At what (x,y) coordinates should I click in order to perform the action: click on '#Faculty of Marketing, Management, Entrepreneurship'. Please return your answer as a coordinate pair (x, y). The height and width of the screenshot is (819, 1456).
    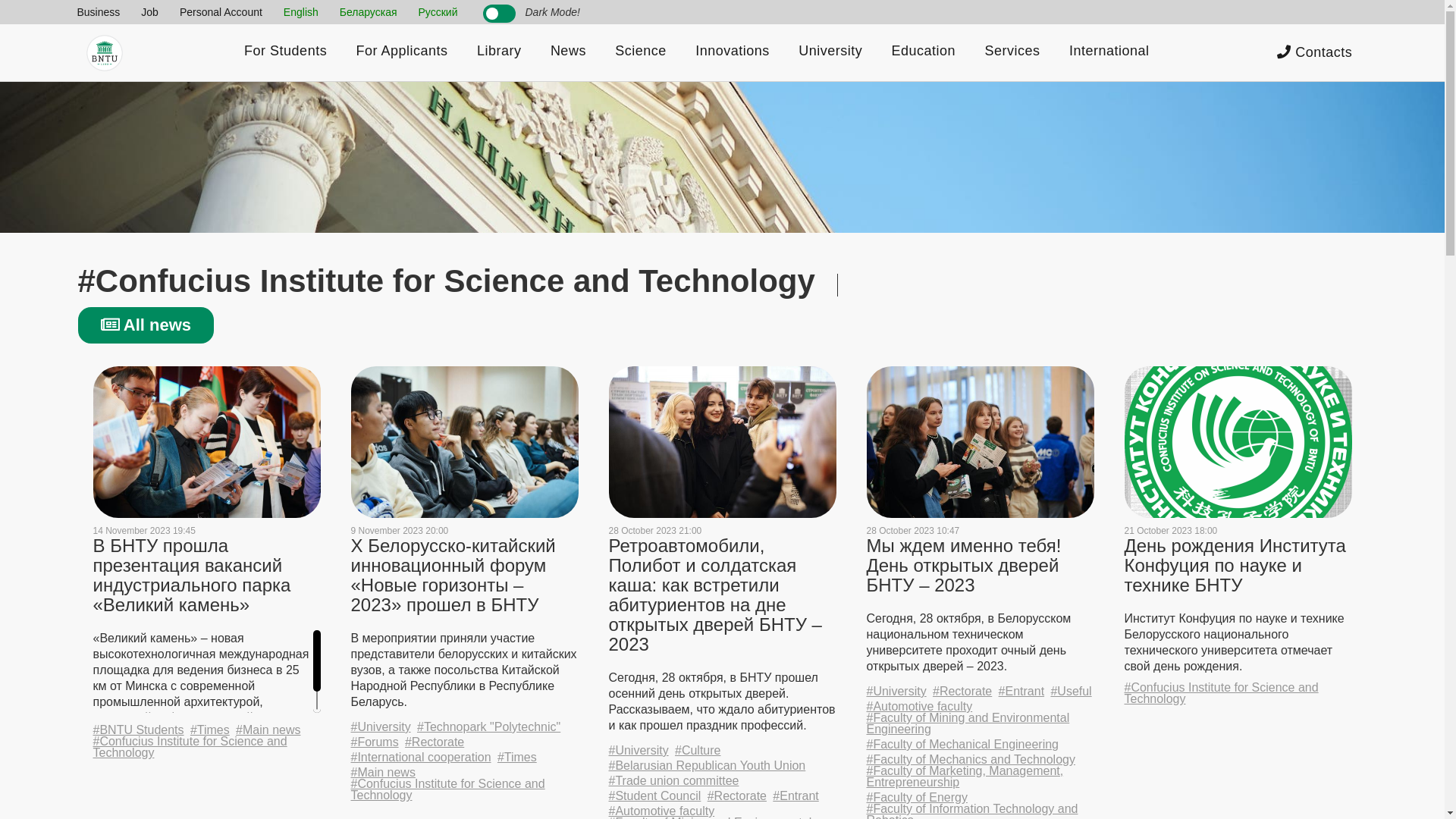
    Looking at the image, I should click on (979, 776).